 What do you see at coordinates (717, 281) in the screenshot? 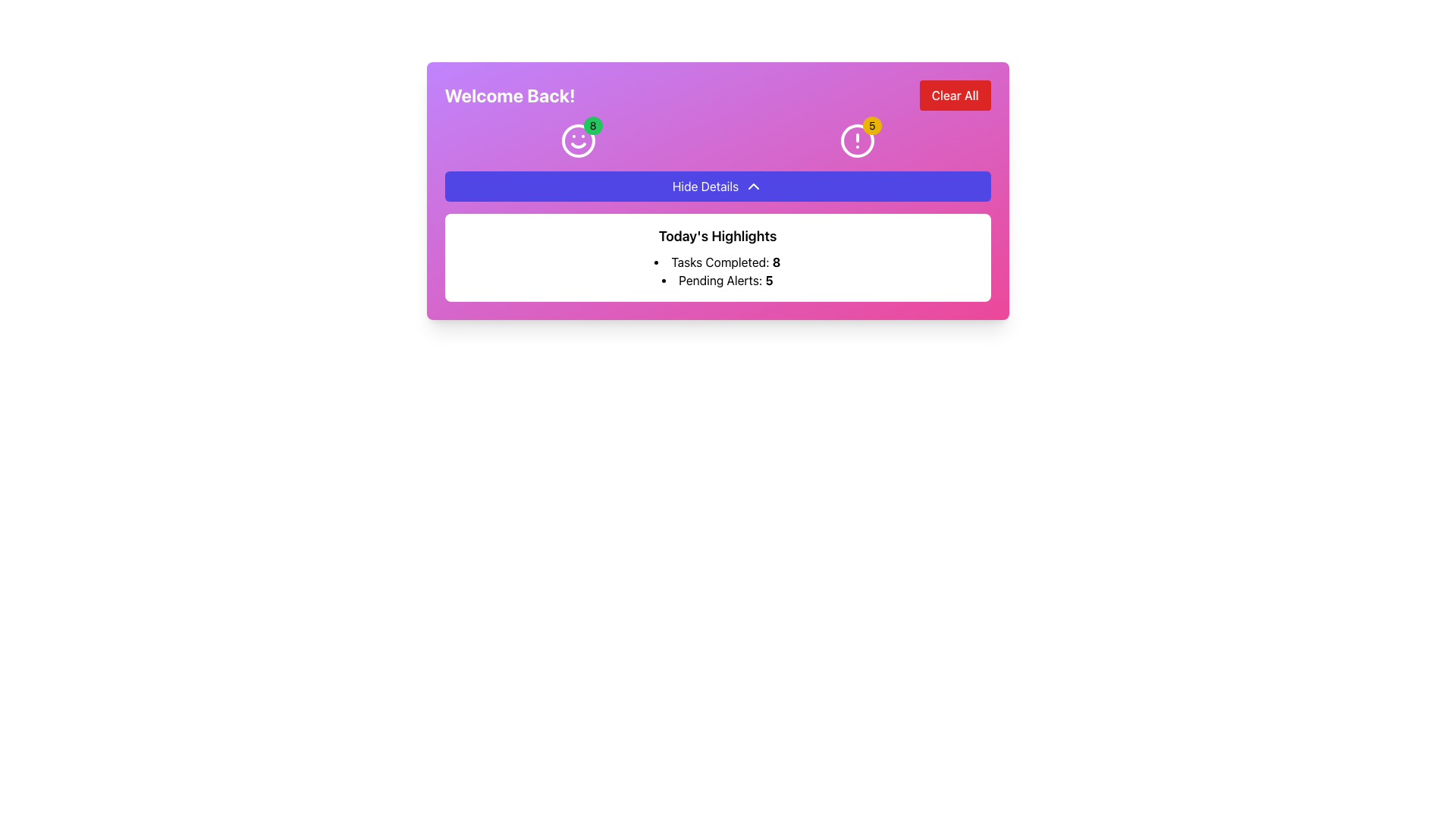
I see `the text label displaying 'Pending Alerts: 5', which is the second item in the list under 'Today's Highlights'` at bounding box center [717, 281].